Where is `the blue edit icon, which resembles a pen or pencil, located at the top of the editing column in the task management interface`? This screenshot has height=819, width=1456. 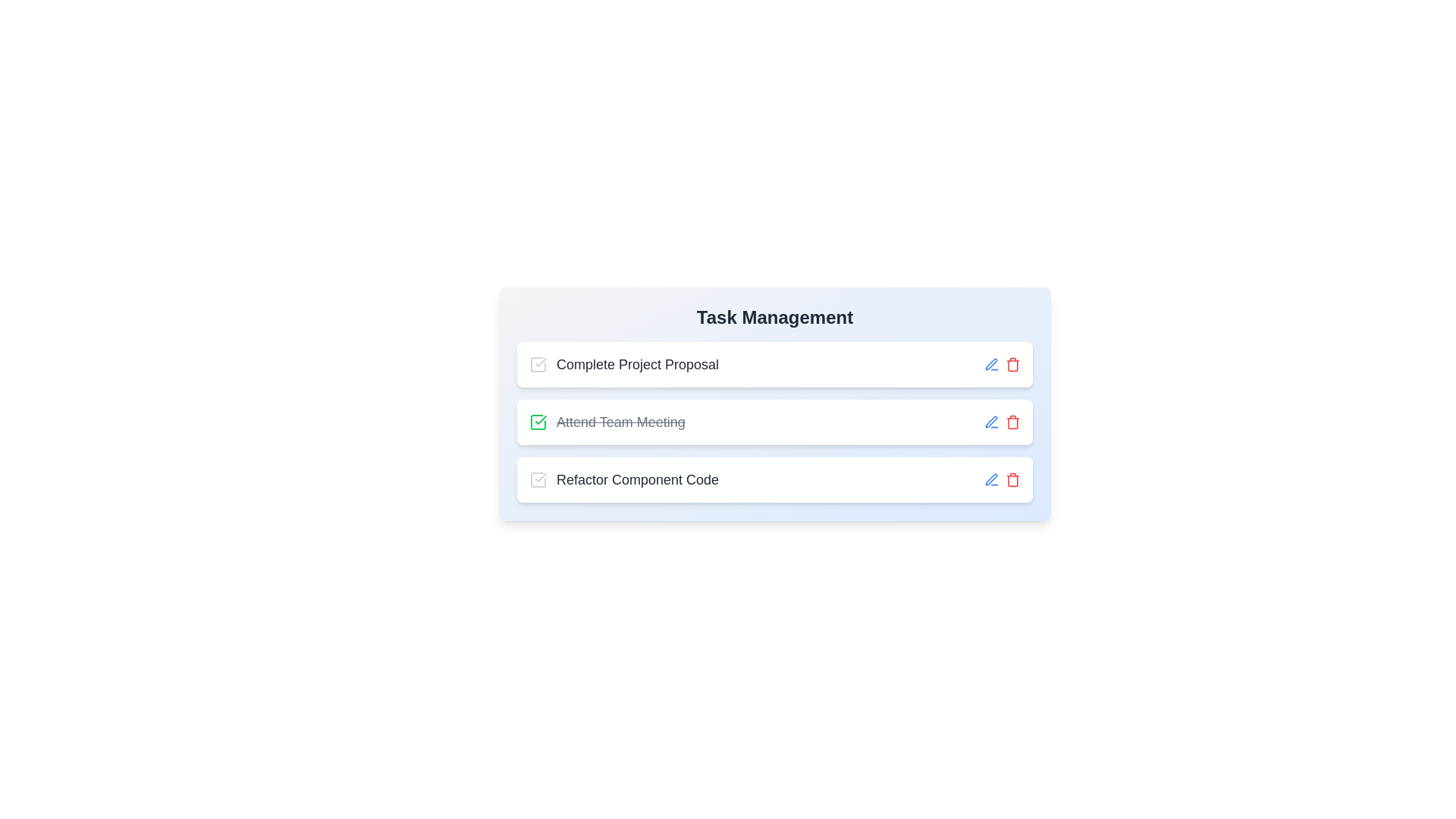 the blue edit icon, which resembles a pen or pencil, located at the top of the editing column in the task management interface is located at coordinates (991, 422).